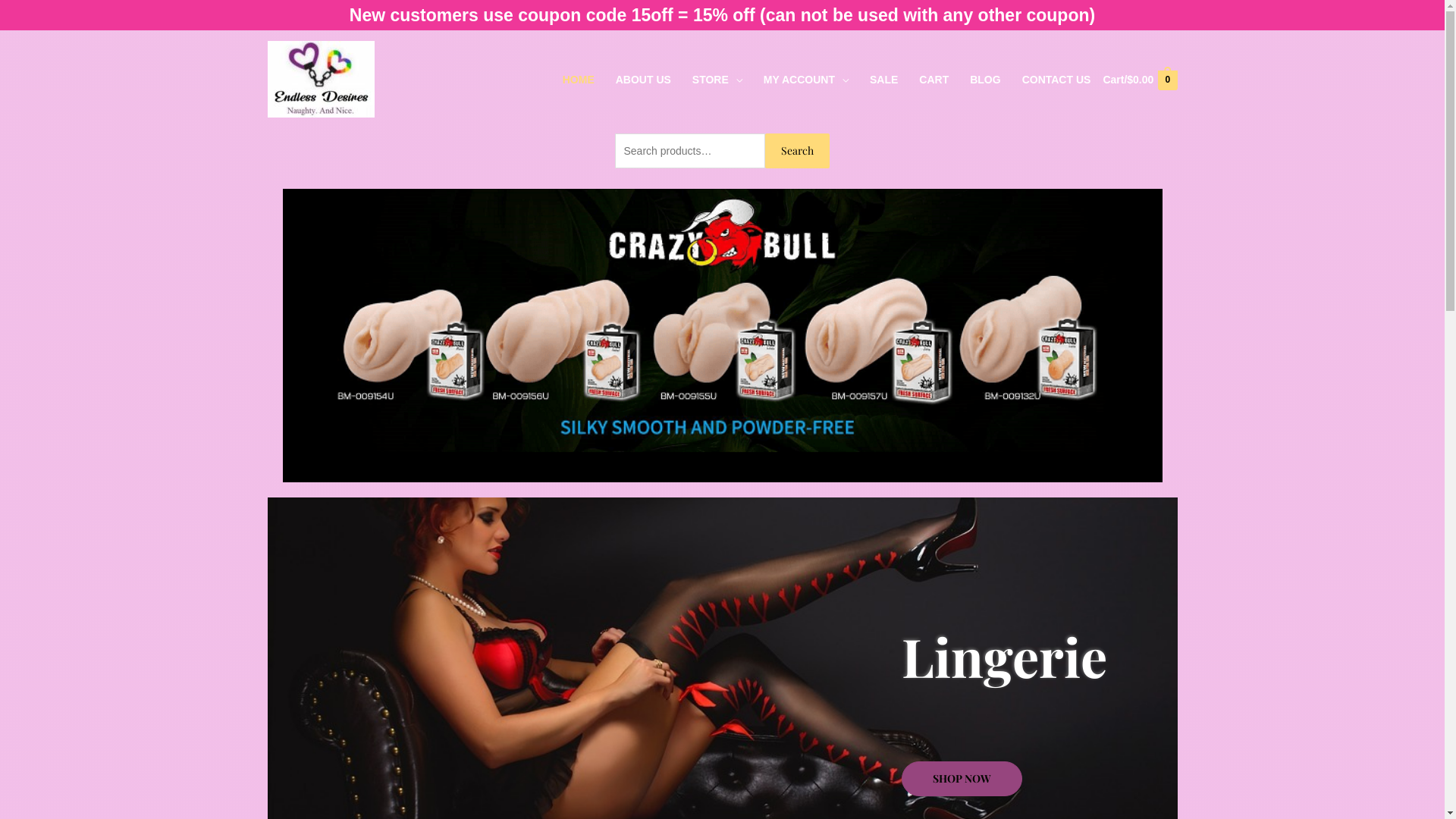 The width and height of the screenshot is (1456, 819). I want to click on 'CART', so click(933, 79).